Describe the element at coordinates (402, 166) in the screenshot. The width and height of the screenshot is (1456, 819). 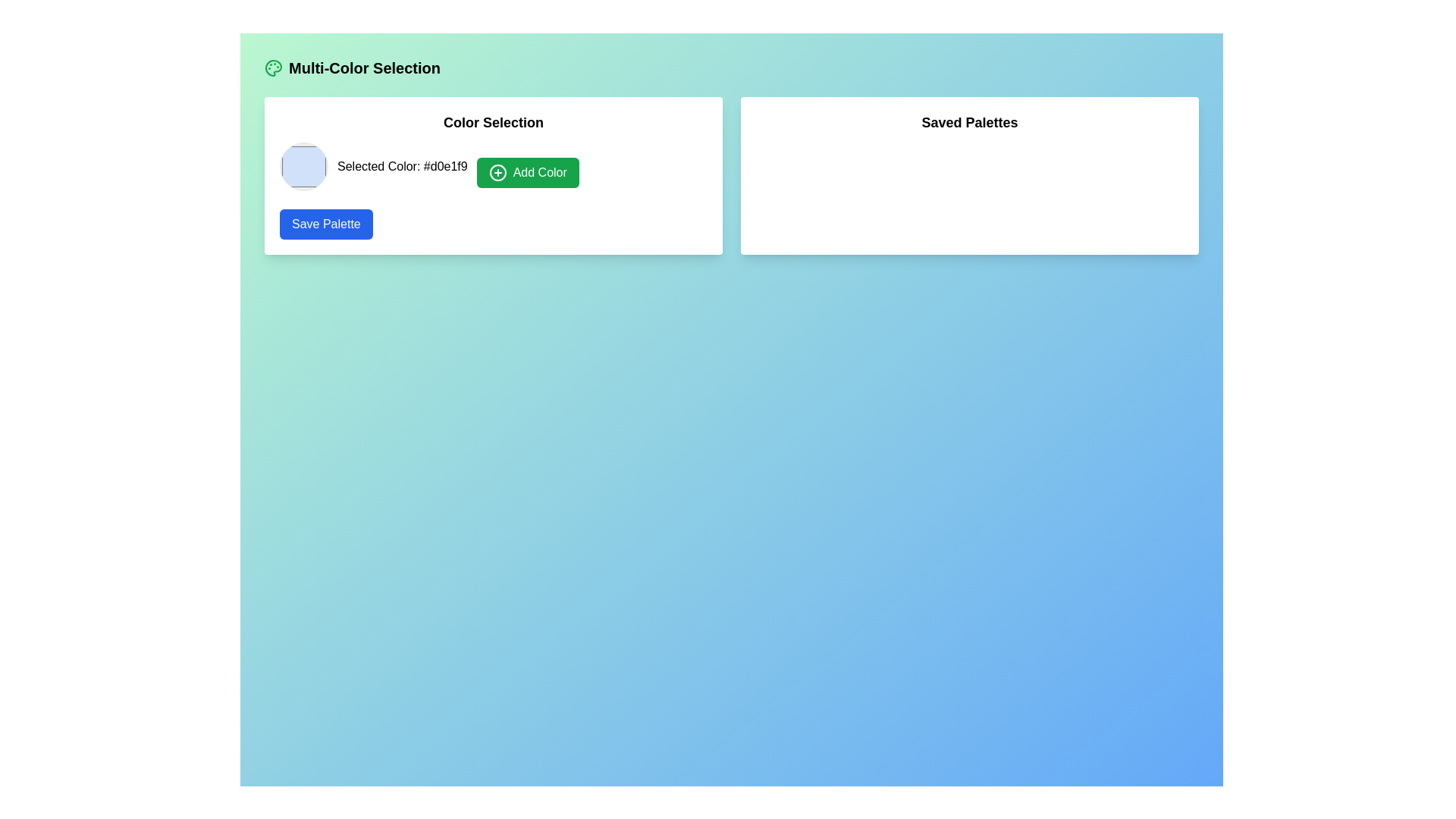
I see `the text label displaying the currently selected color value in hexadecimal format, located in the 'Color Selection' section, between a circular color swatch and a green button labeled 'Add Color'` at that location.